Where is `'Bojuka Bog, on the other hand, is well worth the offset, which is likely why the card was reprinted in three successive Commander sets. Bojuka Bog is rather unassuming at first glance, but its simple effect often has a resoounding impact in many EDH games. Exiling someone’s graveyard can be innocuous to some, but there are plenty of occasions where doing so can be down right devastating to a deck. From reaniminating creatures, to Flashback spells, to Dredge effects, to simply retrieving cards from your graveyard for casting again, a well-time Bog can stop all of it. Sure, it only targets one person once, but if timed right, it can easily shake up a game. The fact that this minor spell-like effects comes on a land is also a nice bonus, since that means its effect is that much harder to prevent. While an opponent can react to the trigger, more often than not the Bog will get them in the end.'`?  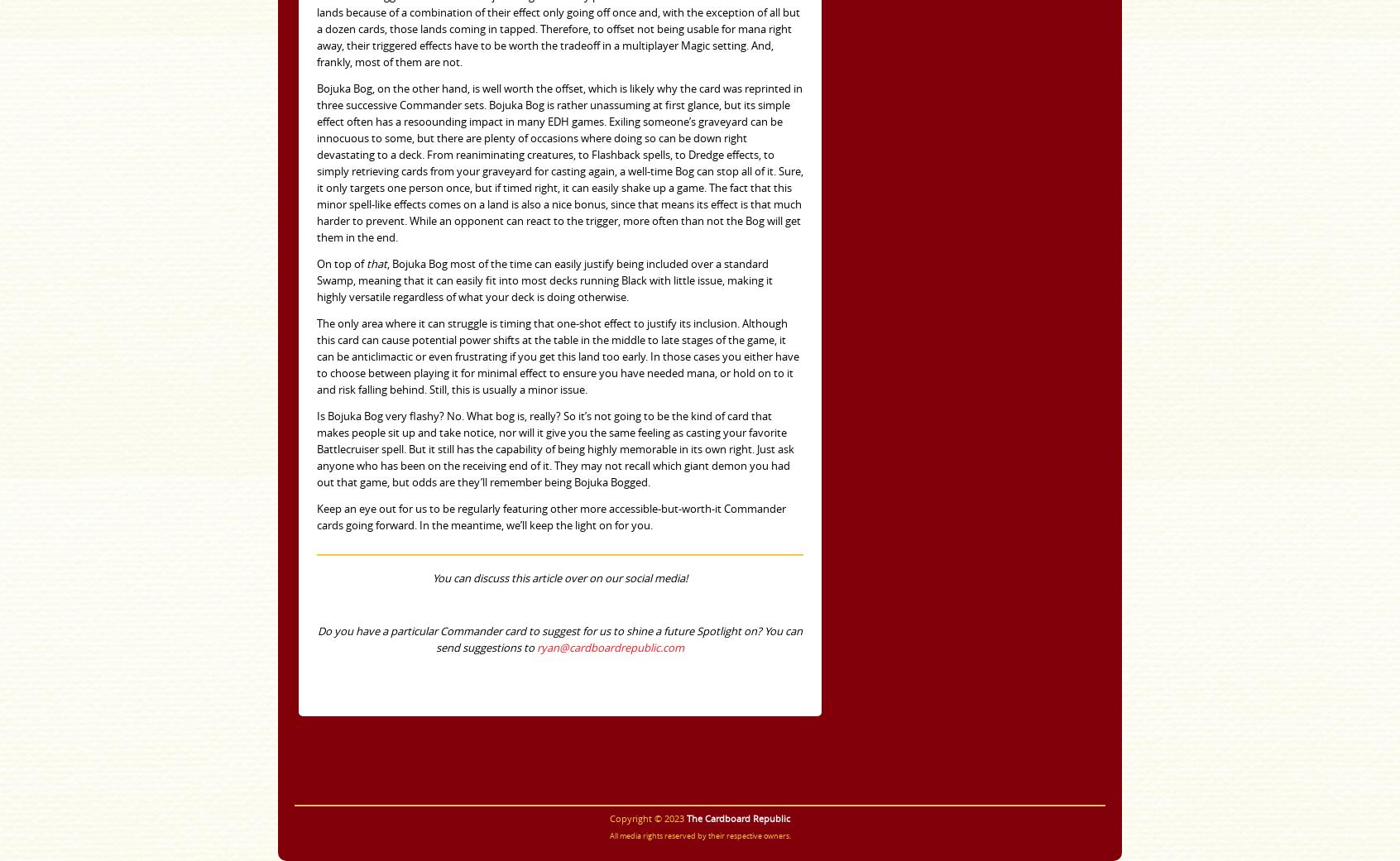 'Bojuka Bog, on the other hand, is well worth the offset, which is likely why the card was reprinted in three successive Commander sets. Bojuka Bog is rather unassuming at first glance, but its simple effect often has a resoounding impact in many EDH games. Exiling someone’s graveyard can be innocuous to some, but there are plenty of occasions where doing so can be down right devastating to a deck. From reaniminating creatures, to Flashback spells, to Dredge effects, to simply retrieving cards from your graveyard for casting again, a well-time Bog can stop all of it. Sure, it only targets one person once, but if timed right, it can easily shake up a game. The fact that this minor spell-like effects comes on a land is also a nice bonus, since that means its effect is that much harder to prevent. While an opponent can react to the trigger, more often than not the Bog will get them in the end.' is located at coordinates (559, 163).